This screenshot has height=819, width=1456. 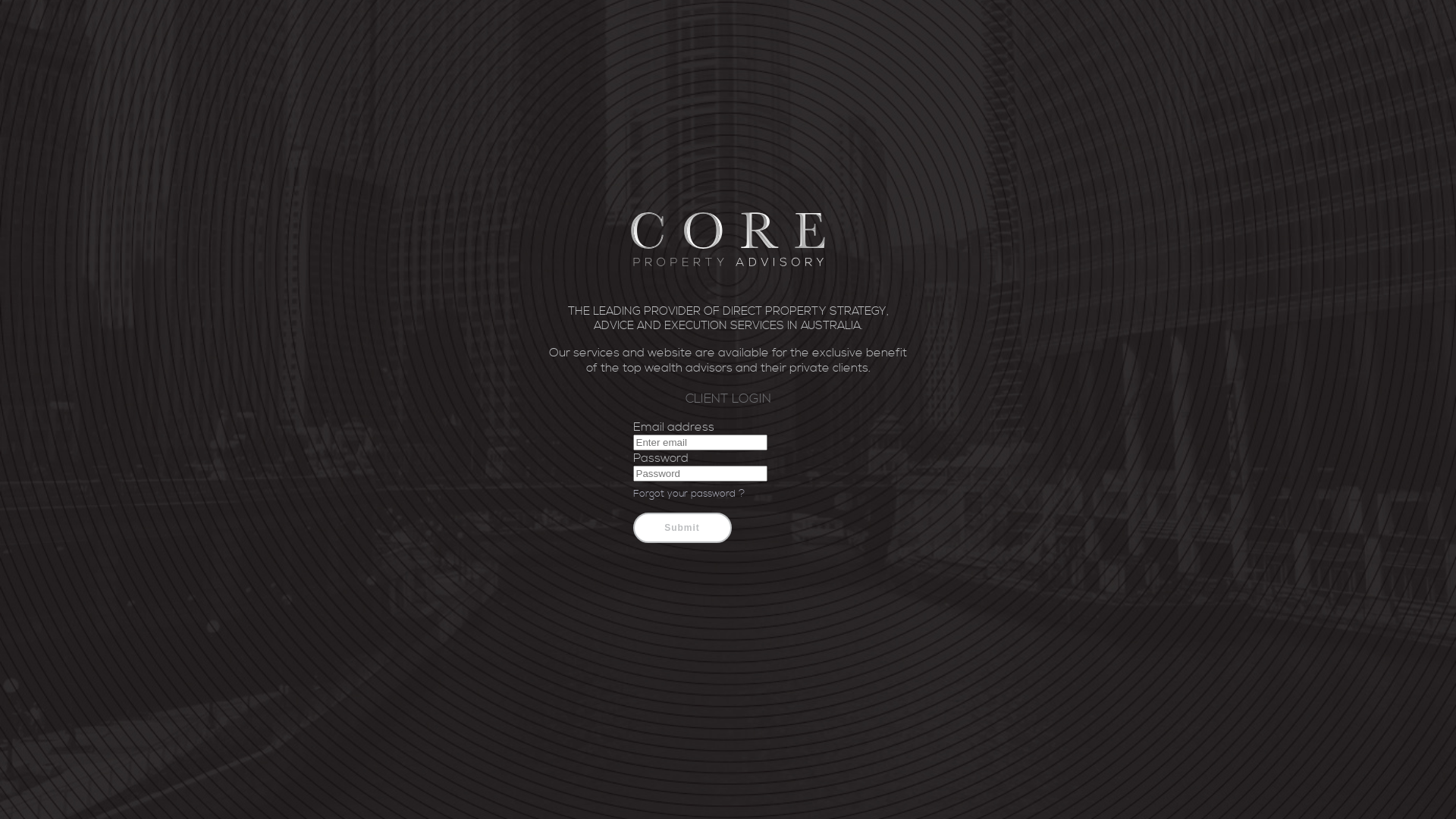 I want to click on 'Forgot your password ?', so click(x=687, y=494).